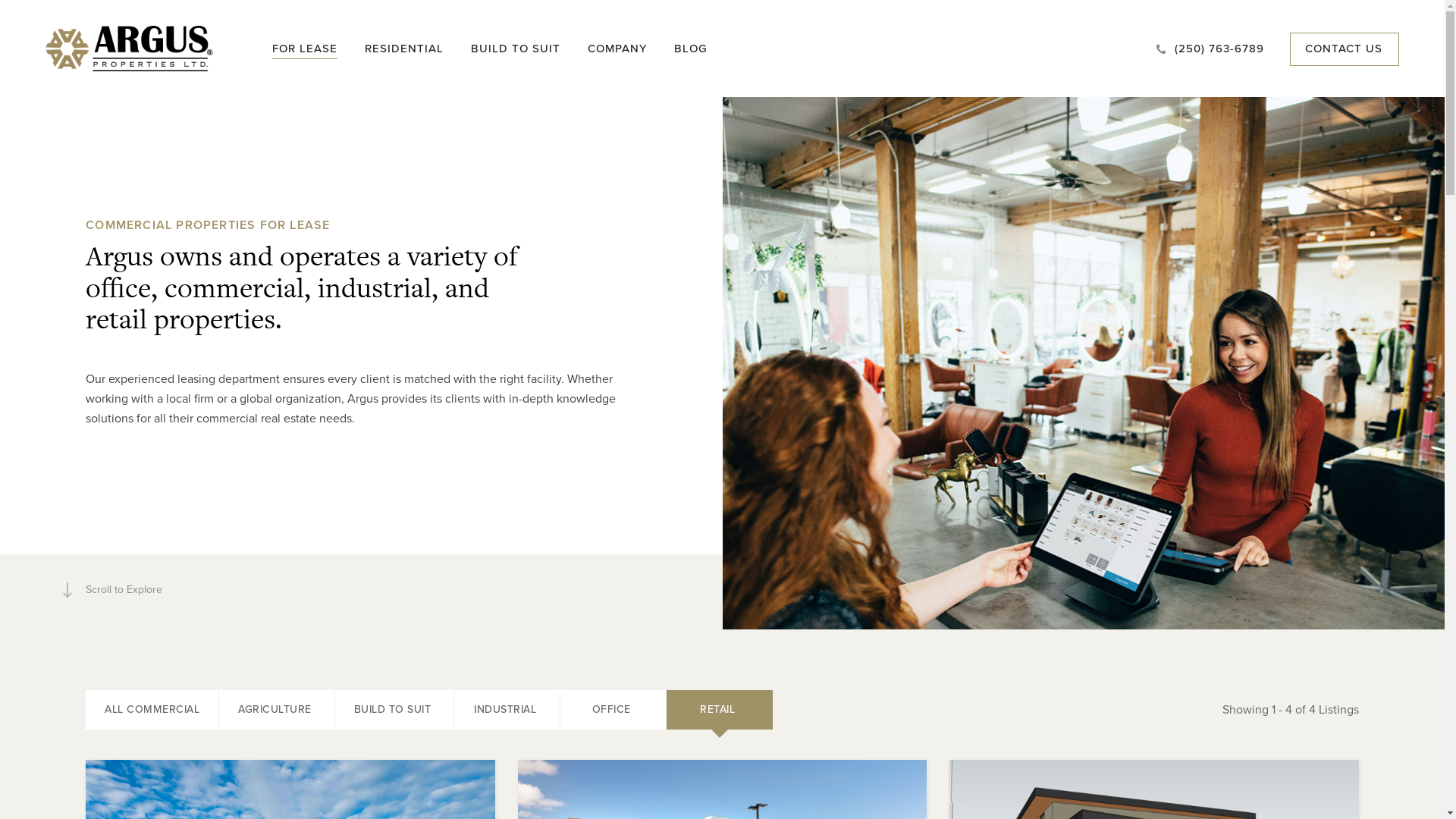  What do you see at coordinates (1304, 48) in the screenshot?
I see `'CONTACT US'` at bounding box center [1304, 48].